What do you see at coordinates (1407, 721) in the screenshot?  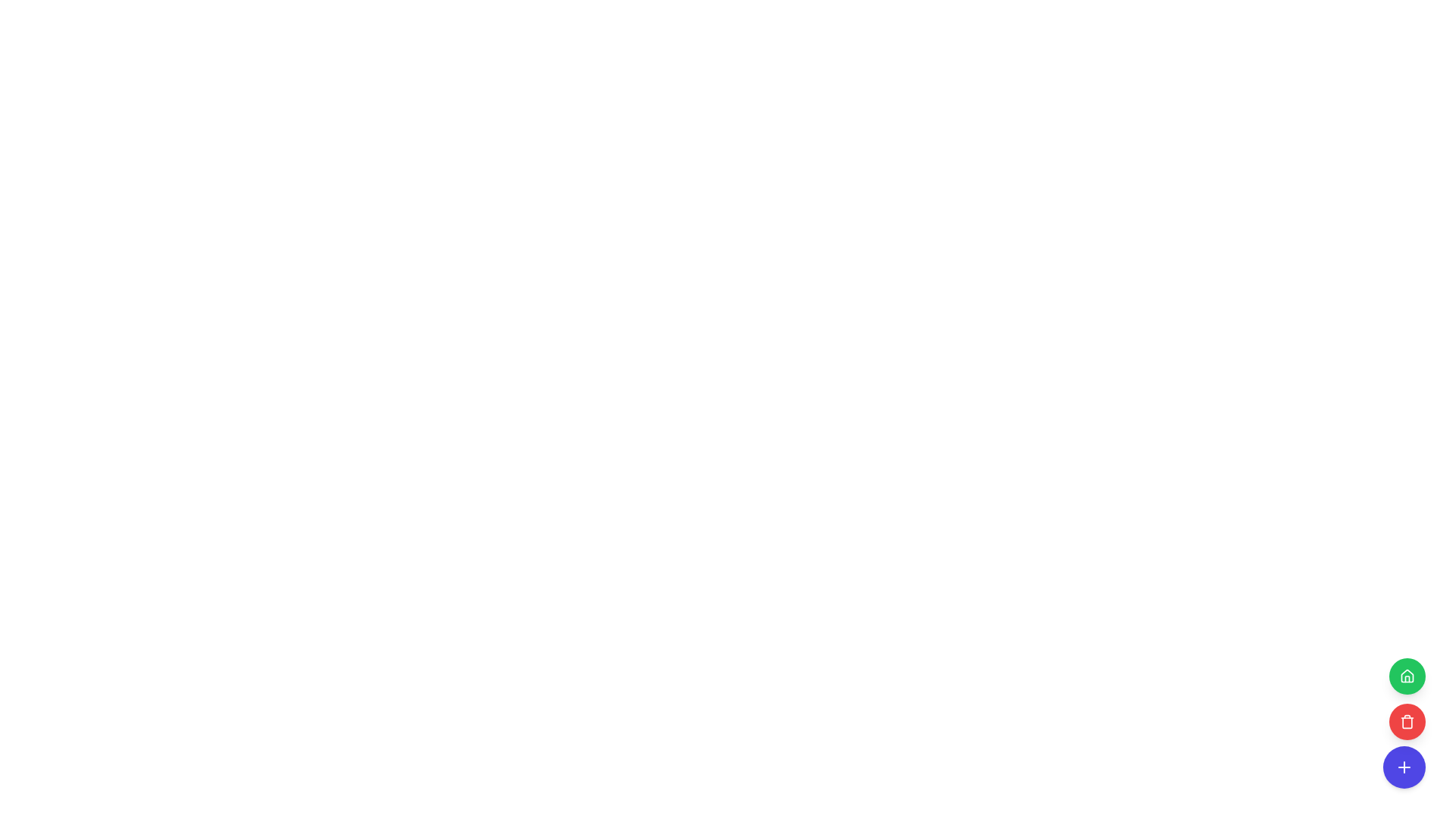 I see `the circular red button with a trash bin icon` at bounding box center [1407, 721].